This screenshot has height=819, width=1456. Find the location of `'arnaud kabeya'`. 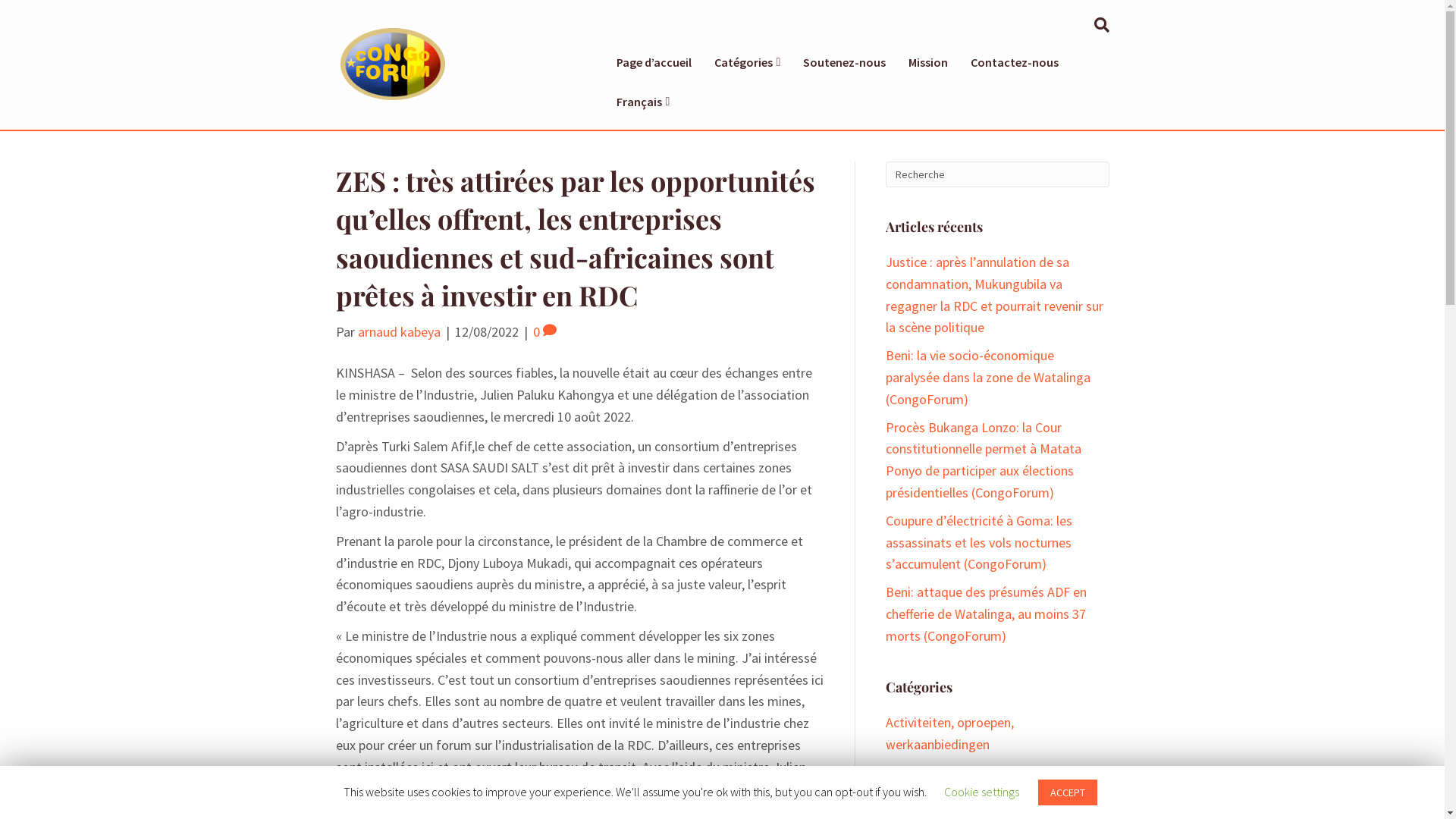

'arnaud kabeya' is located at coordinates (356, 331).